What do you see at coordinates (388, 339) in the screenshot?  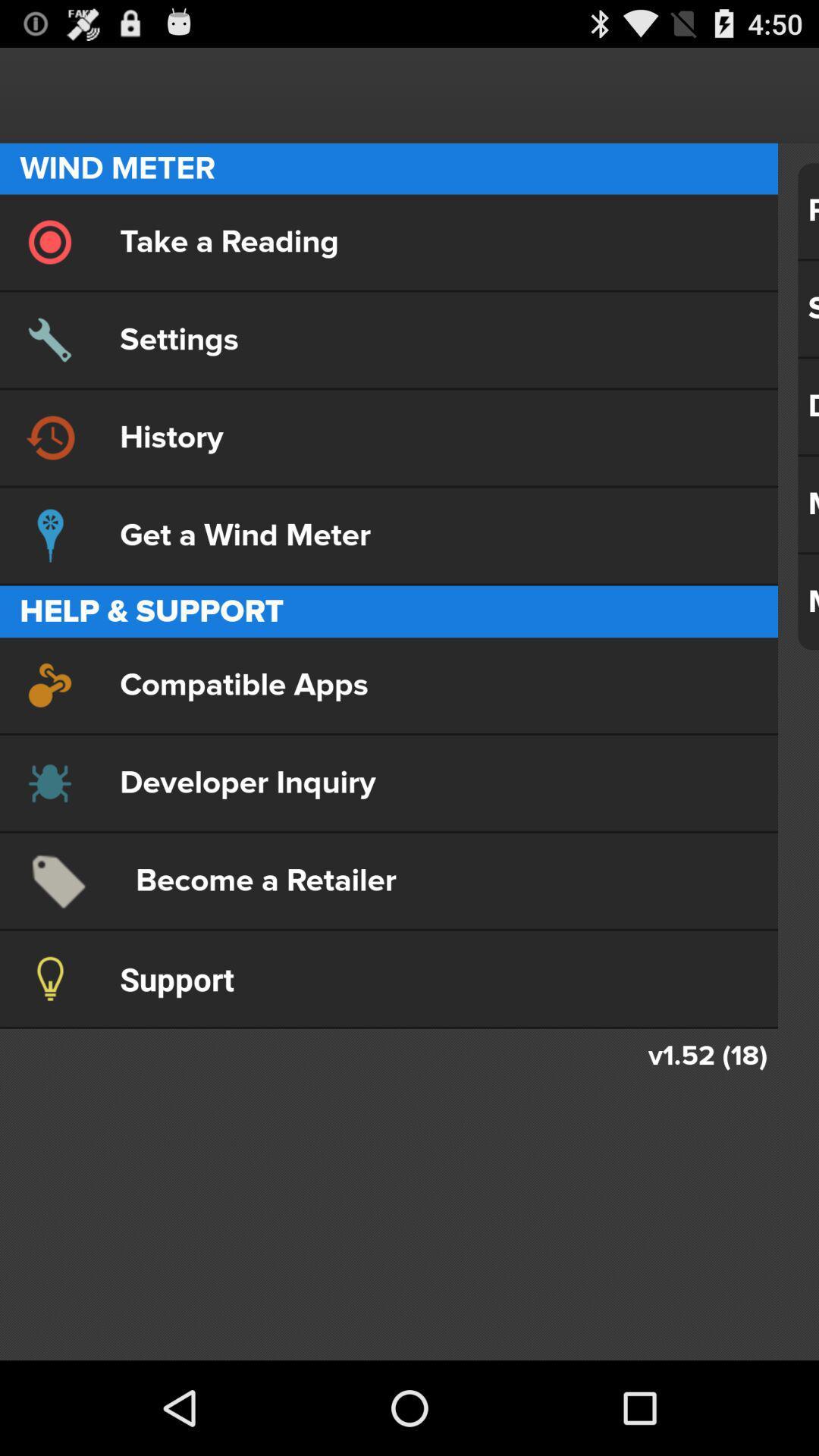 I see `settings item` at bounding box center [388, 339].